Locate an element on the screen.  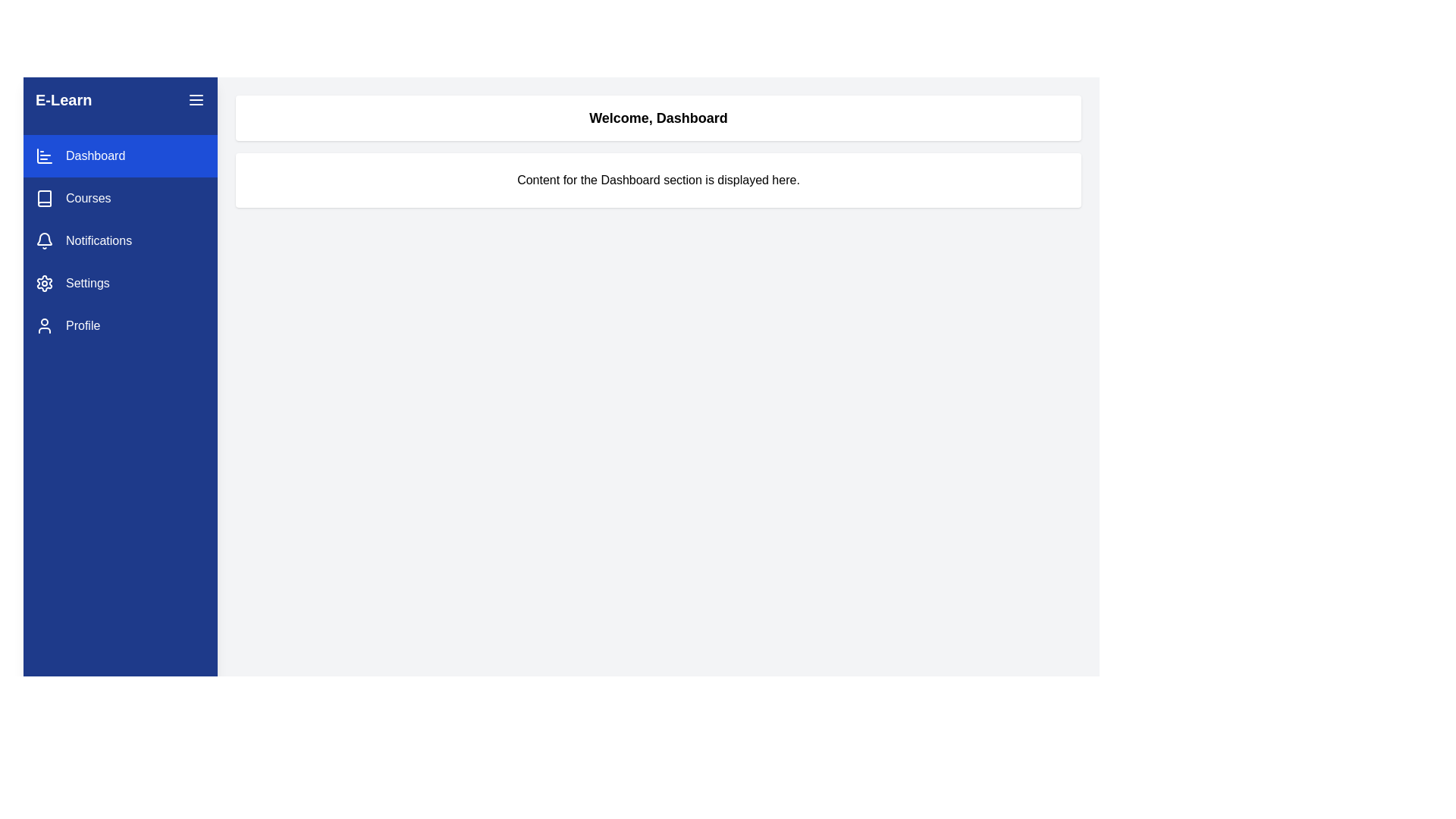
the Interactive navigational button that navigates to the Dashboard section is located at coordinates (119, 155).